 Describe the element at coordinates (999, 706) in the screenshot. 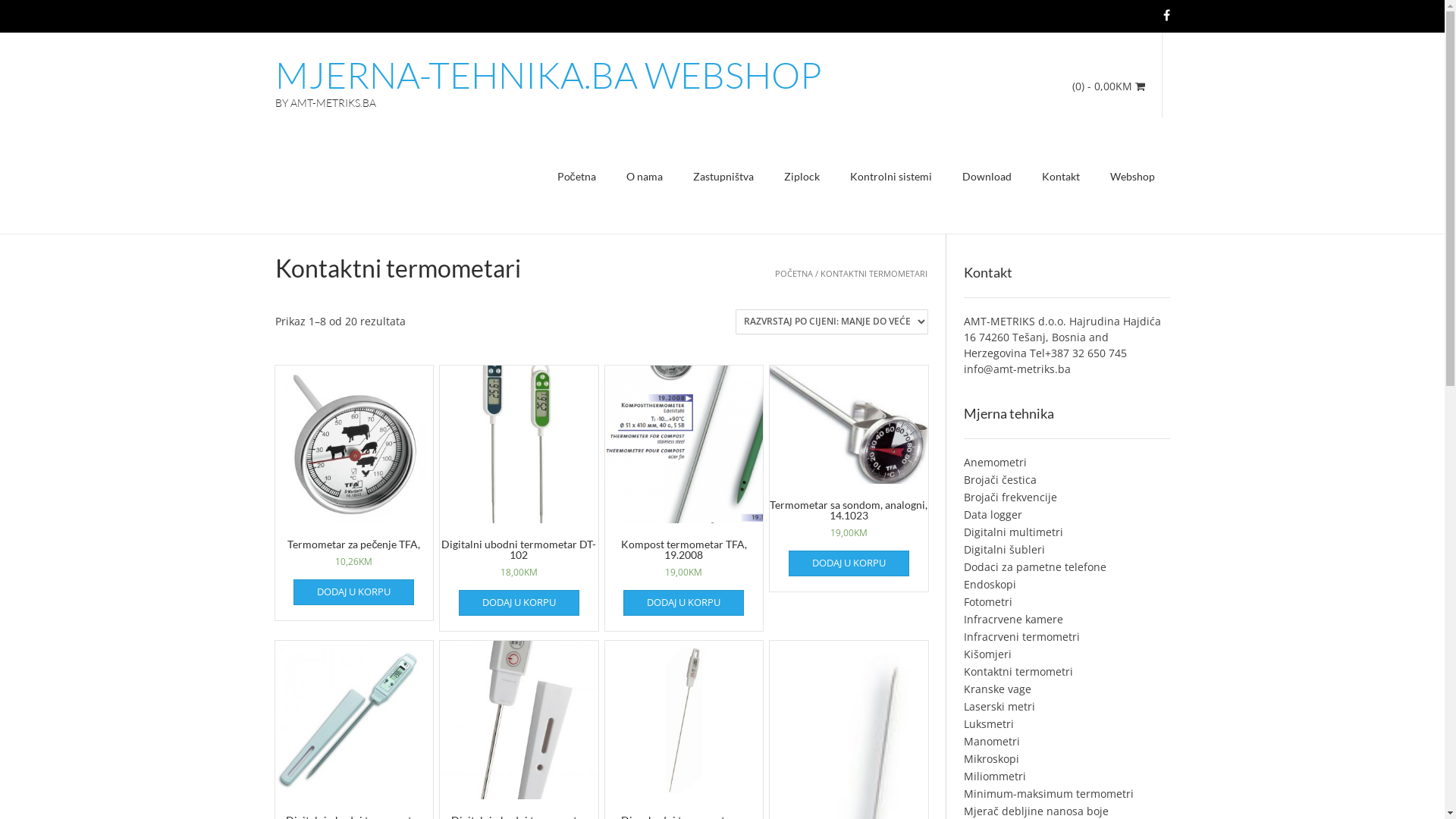

I see `'Laserski metri'` at that location.